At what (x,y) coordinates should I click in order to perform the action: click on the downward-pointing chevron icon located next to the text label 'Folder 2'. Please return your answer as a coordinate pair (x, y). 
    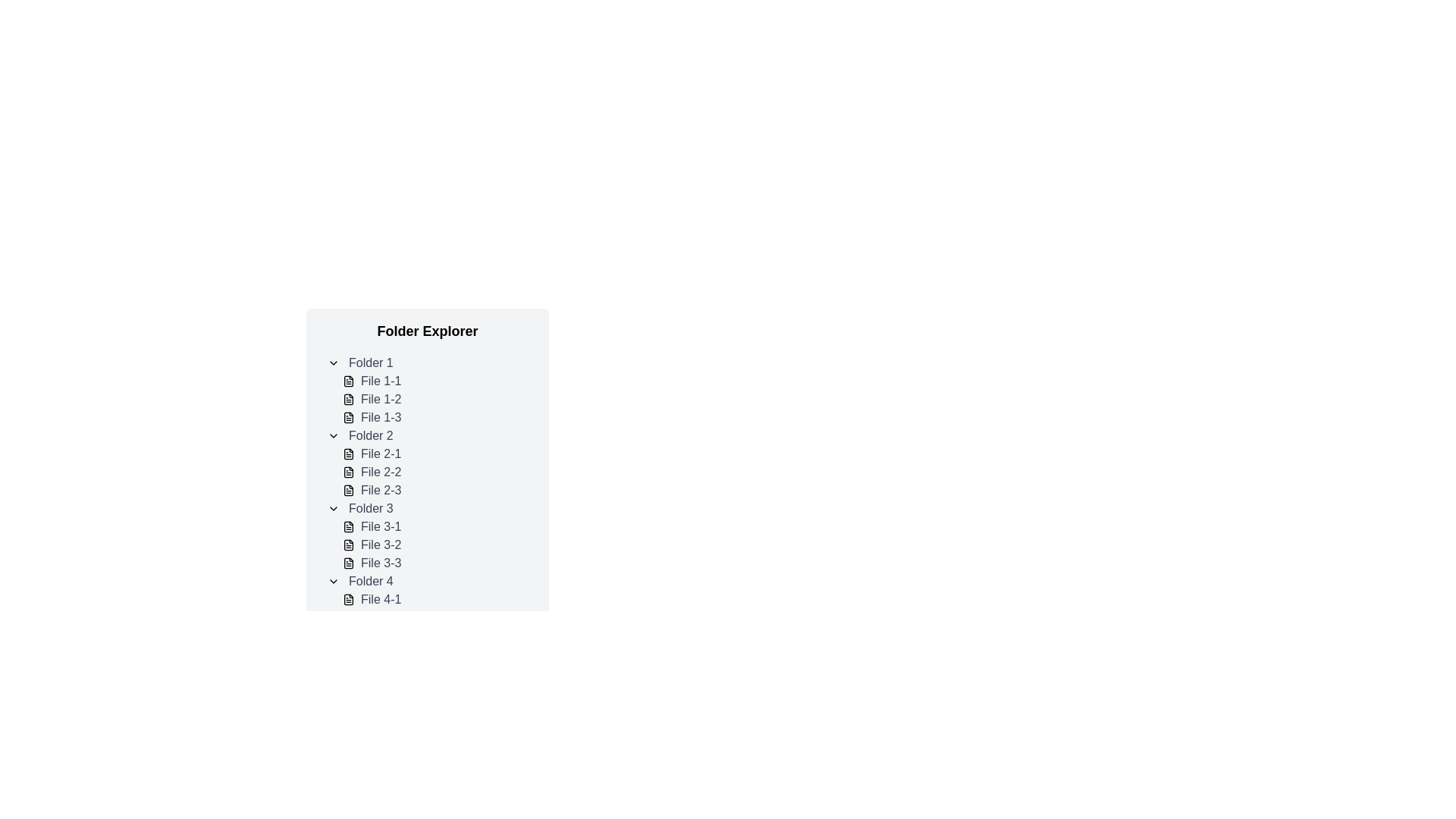
    Looking at the image, I should click on (333, 435).